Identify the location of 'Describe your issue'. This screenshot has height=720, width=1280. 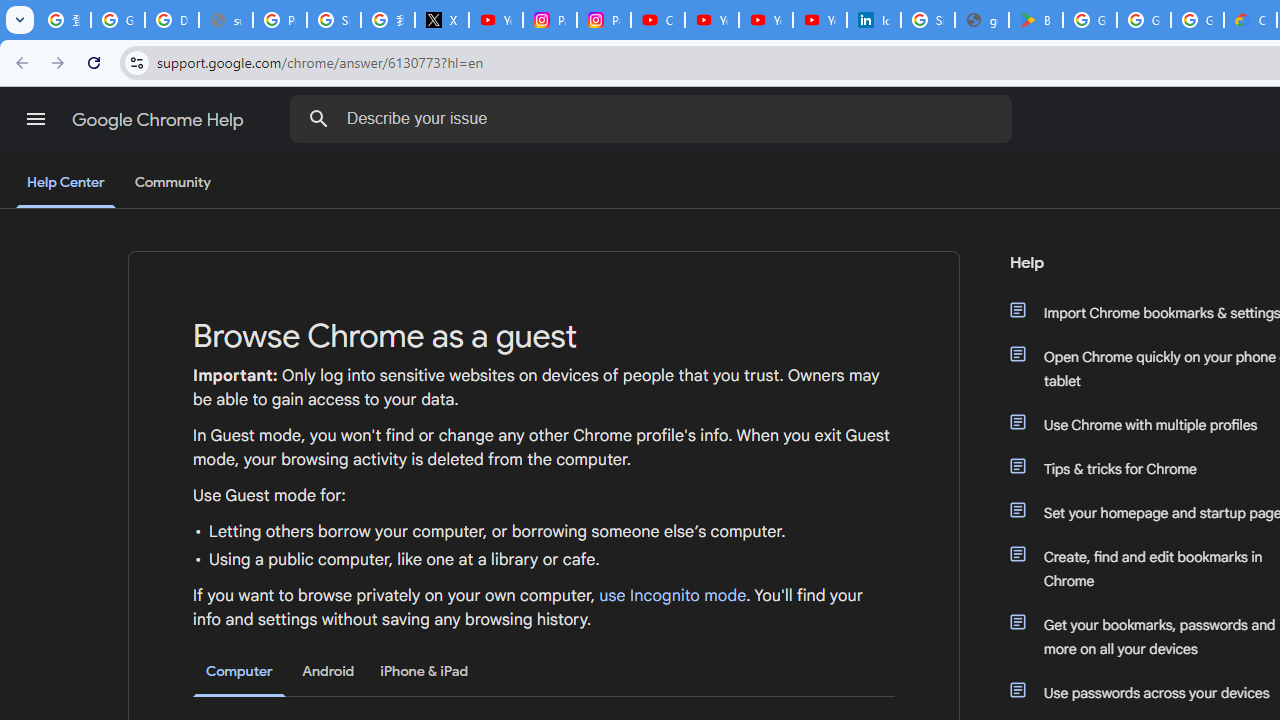
(654, 118).